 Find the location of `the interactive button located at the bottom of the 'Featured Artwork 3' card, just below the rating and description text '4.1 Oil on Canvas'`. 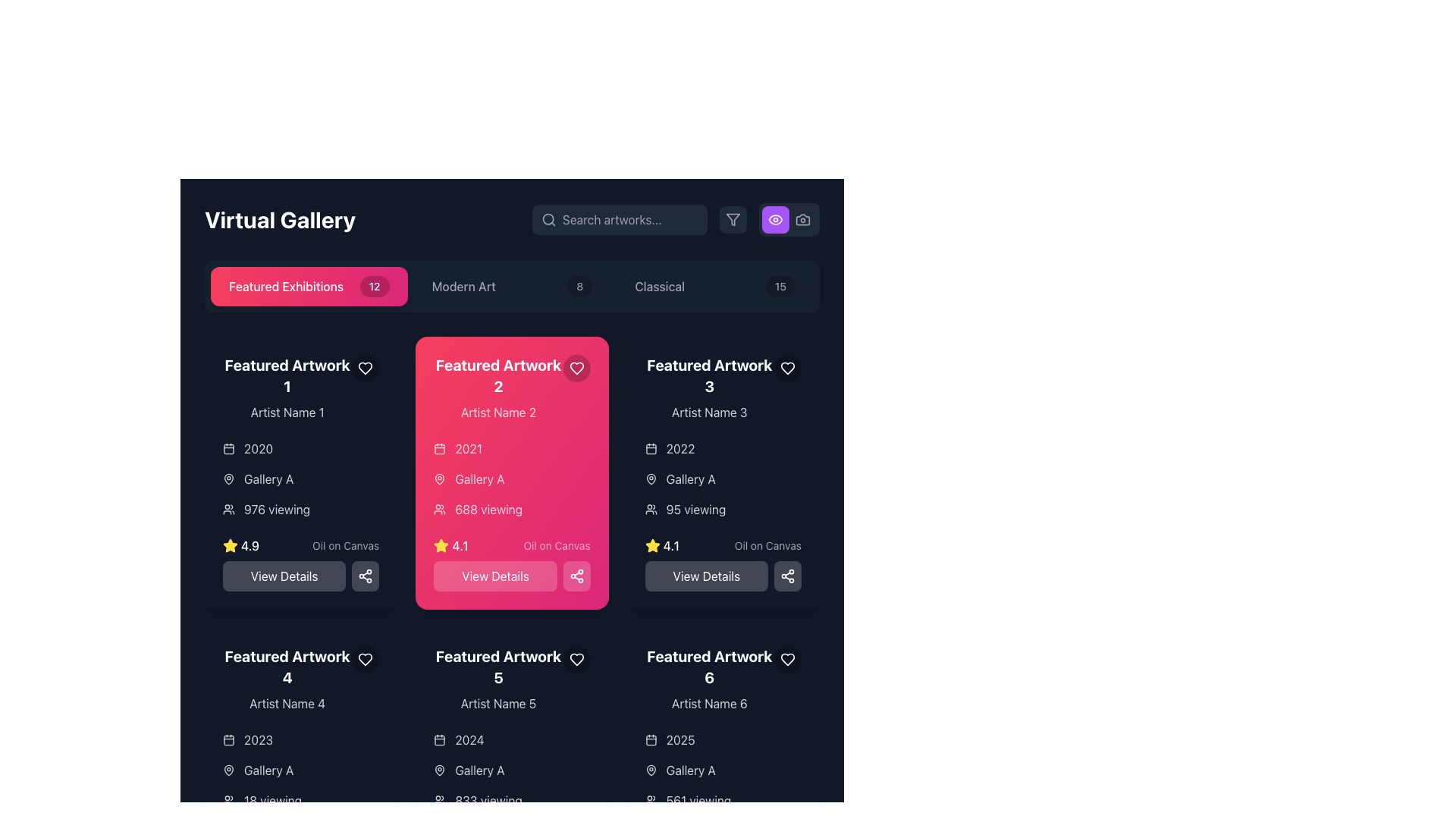

the interactive button located at the bottom of the 'Featured Artwork 3' card, just below the rating and description text '4.1 Oil on Canvas' is located at coordinates (722, 564).